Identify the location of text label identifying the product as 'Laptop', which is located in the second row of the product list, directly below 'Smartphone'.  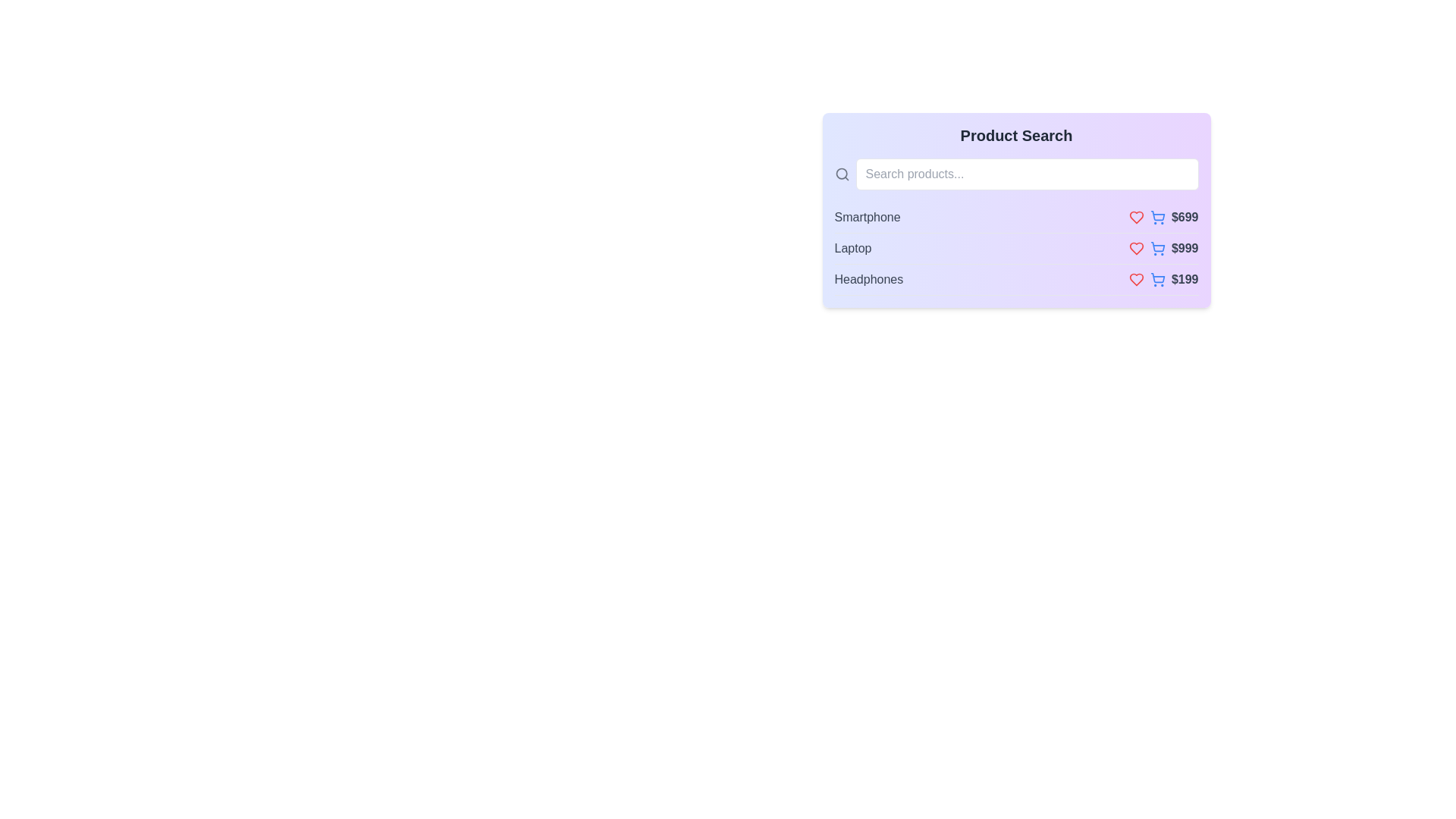
(852, 247).